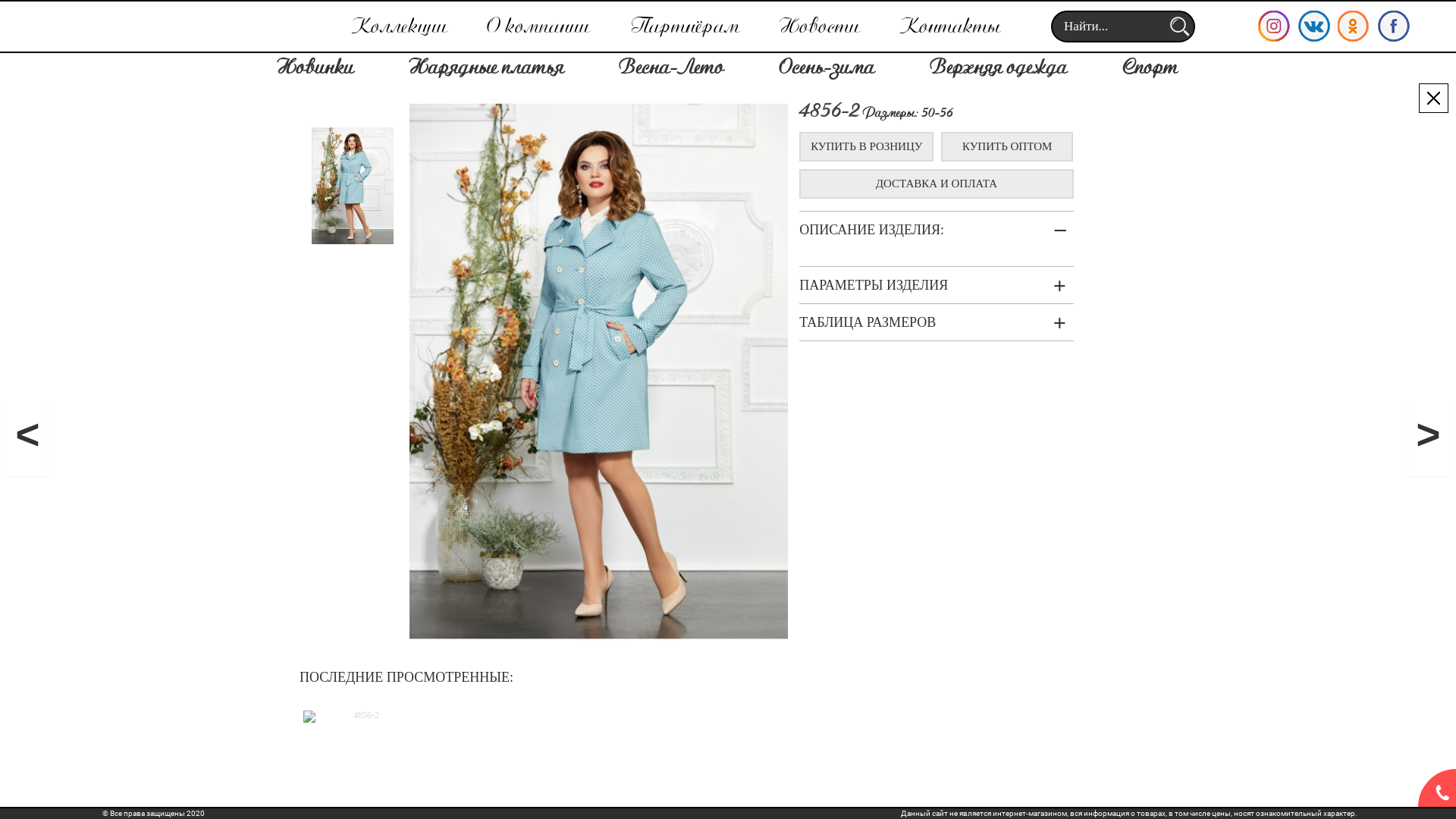  What do you see at coordinates (1427, 438) in the screenshot?
I see `'>'` at bounding box center [1427, 438].